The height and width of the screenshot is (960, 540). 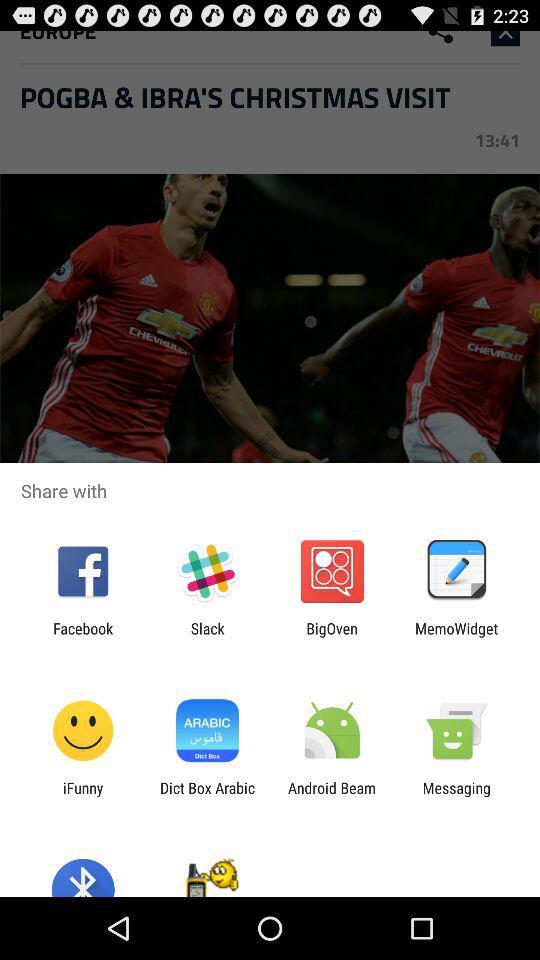 I want to click on the item next to the facebook icon, so click(x=206, y=636).